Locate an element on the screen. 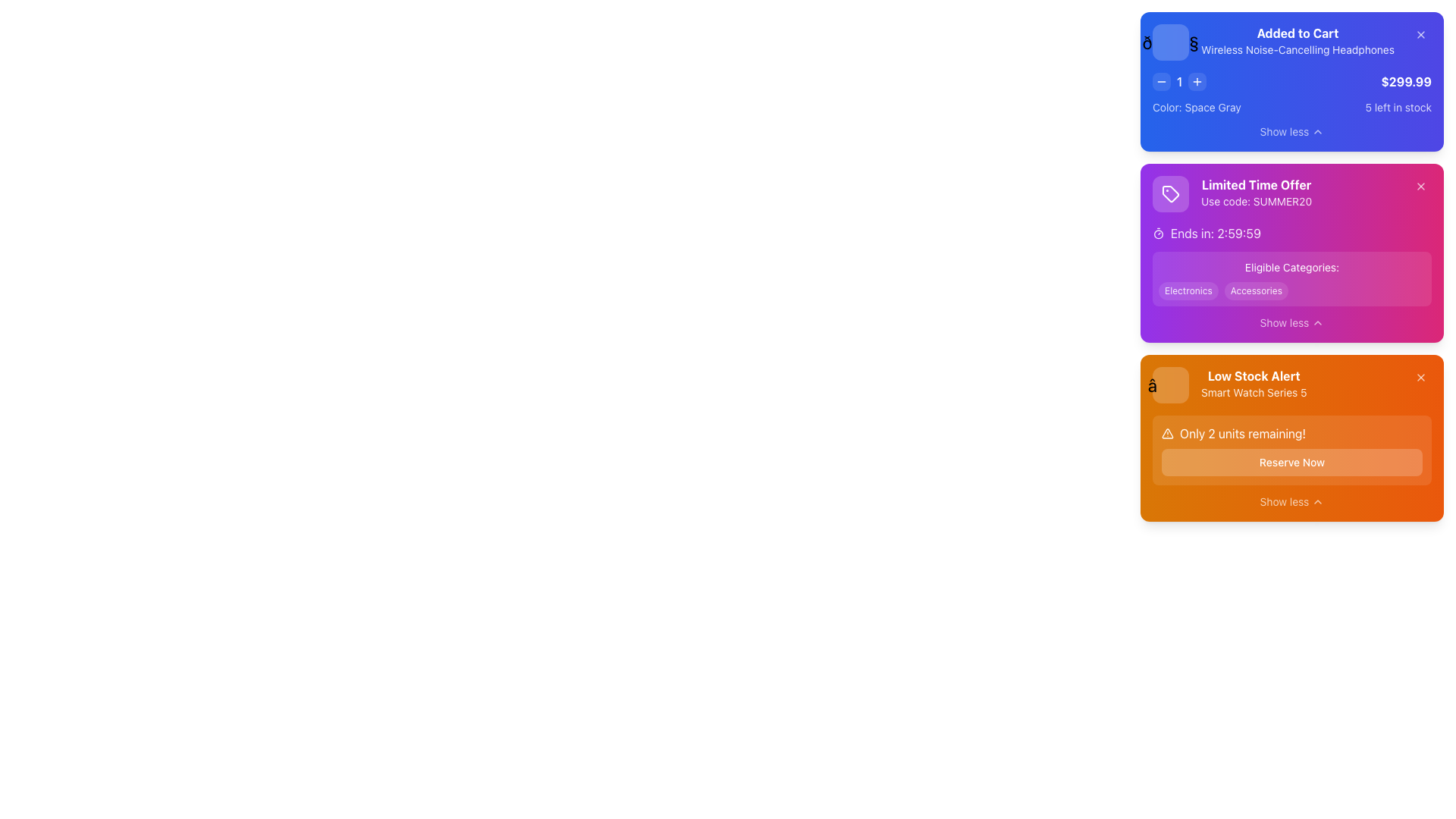  the tag-shaped icon with a small circular center located in the 'Limited Time Offer' card, situated on the left side of the card's header is located at coordinates (1170, 193).